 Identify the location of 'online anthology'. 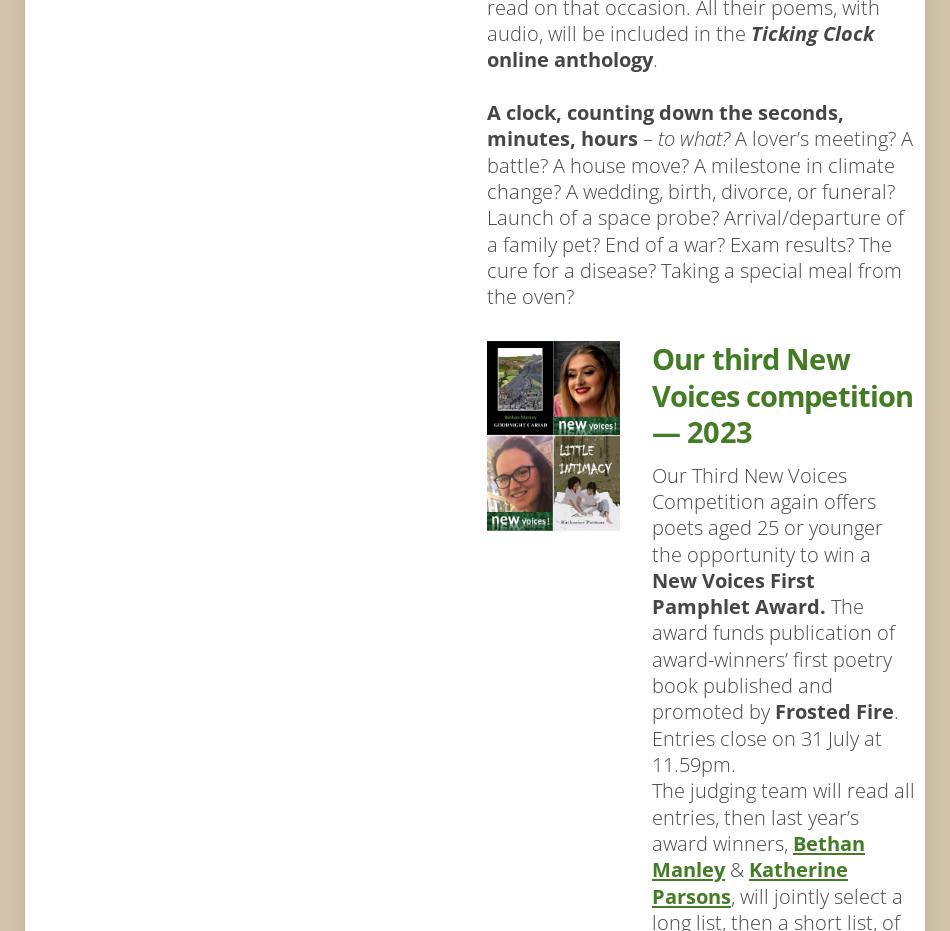
(486, 58).